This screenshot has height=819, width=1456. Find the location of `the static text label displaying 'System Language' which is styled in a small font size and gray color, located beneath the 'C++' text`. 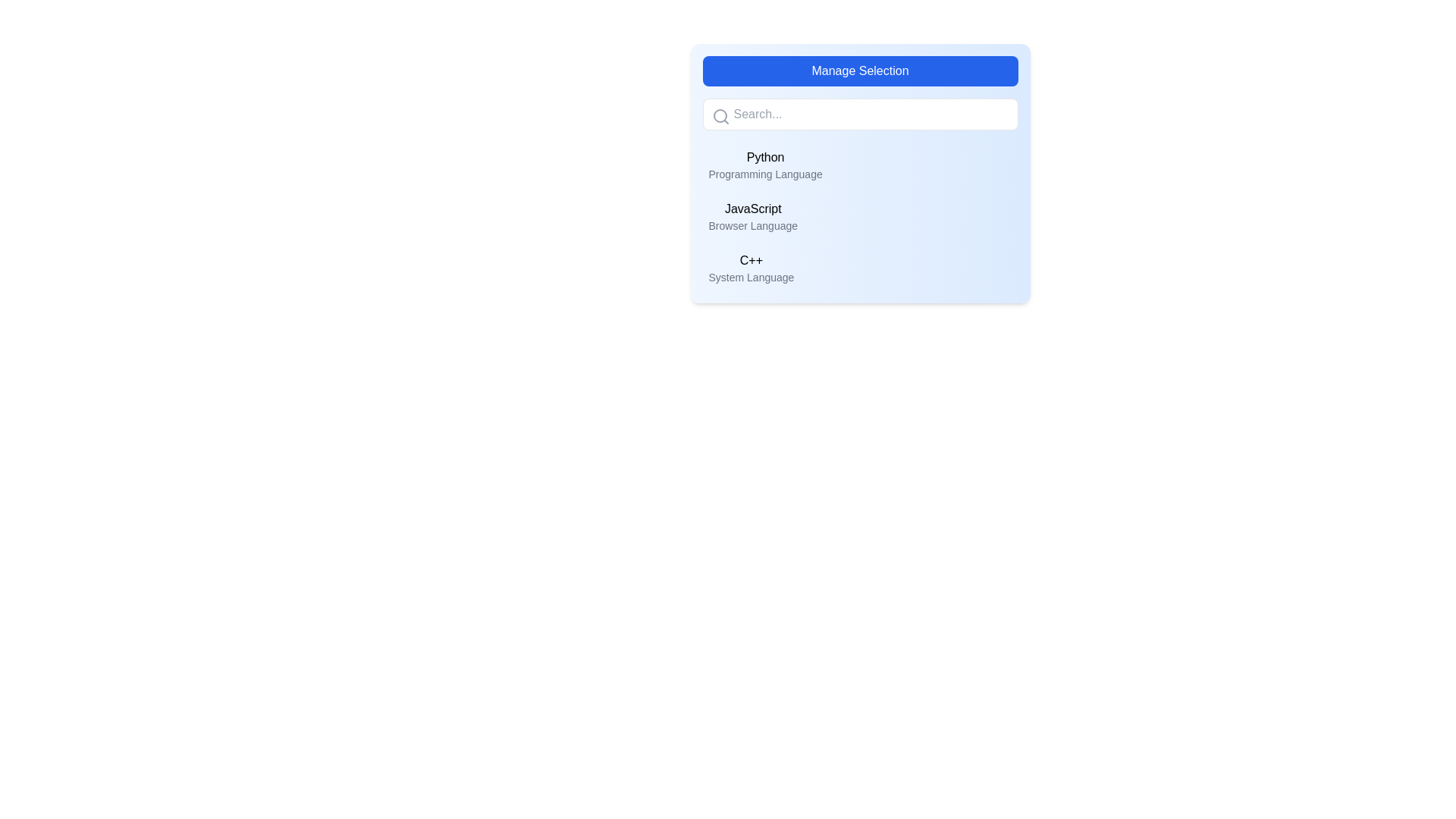

the static text label displaying 'System Language' which is styled in a small font size and gray color, located beneath the 'C++' text is located at coordinates (751, 278).